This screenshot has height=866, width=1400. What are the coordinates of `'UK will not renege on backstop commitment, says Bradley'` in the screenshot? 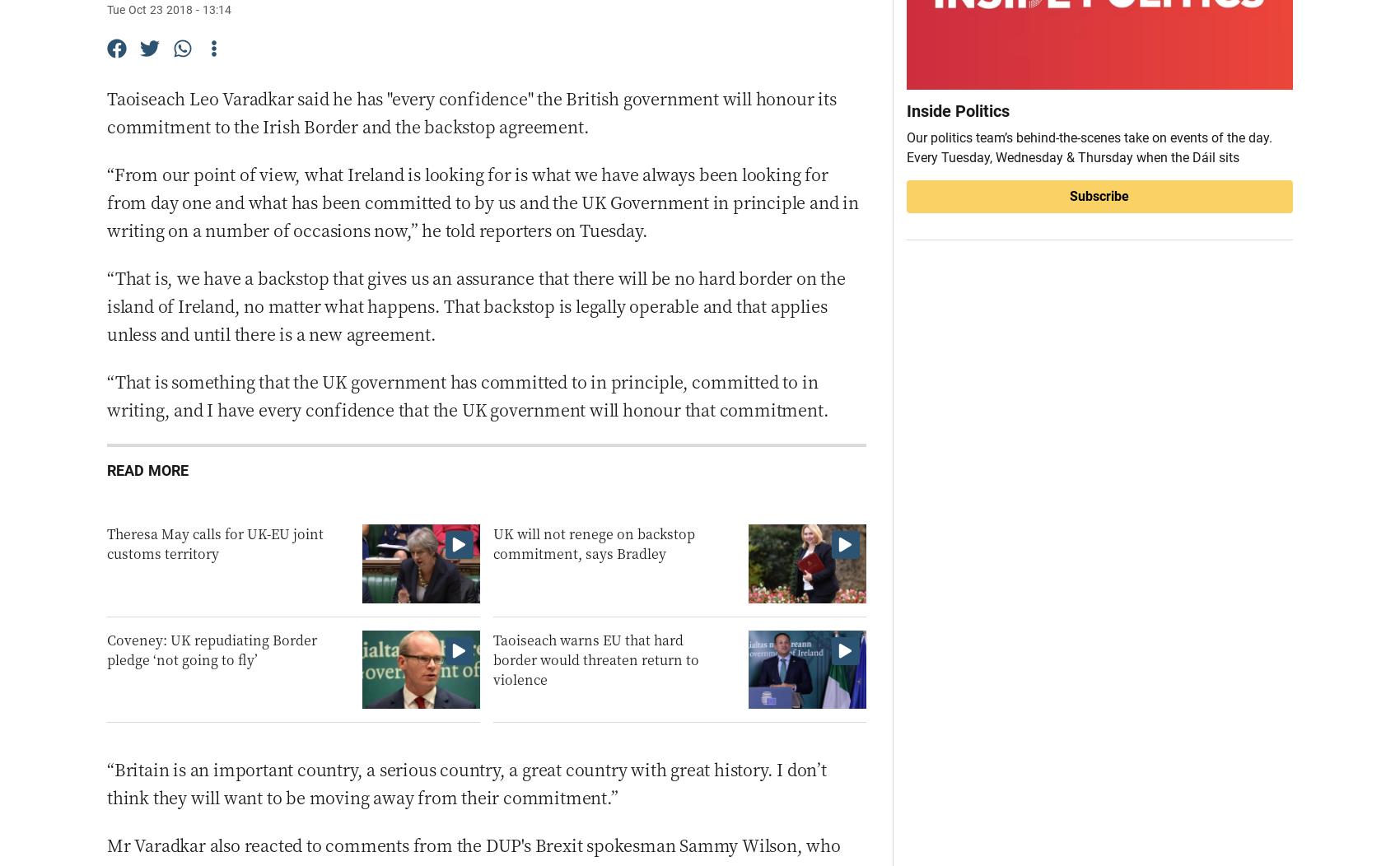 It's located at (593, 542).